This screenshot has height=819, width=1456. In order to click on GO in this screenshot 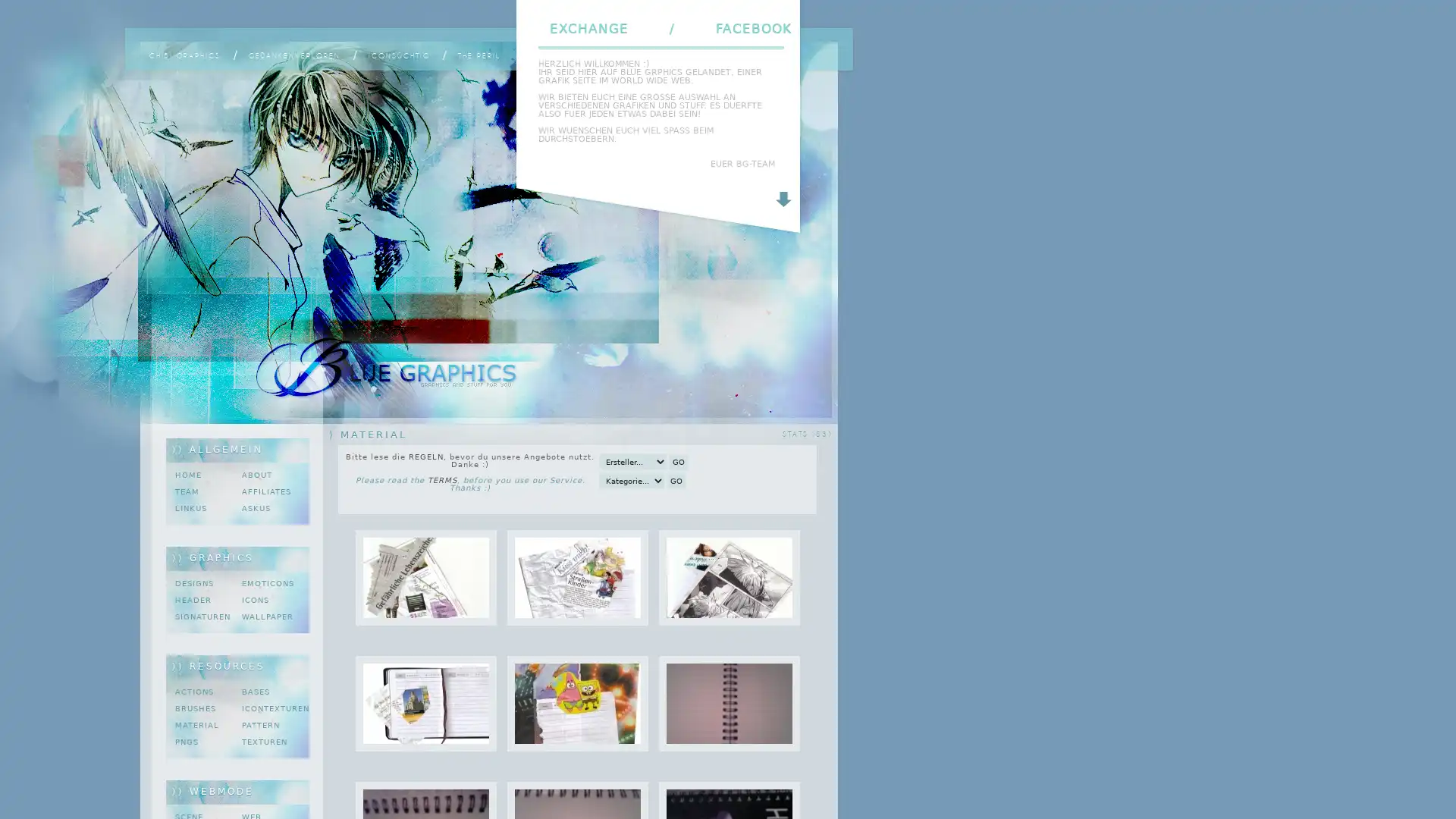, I will do `click(677, 461)`.